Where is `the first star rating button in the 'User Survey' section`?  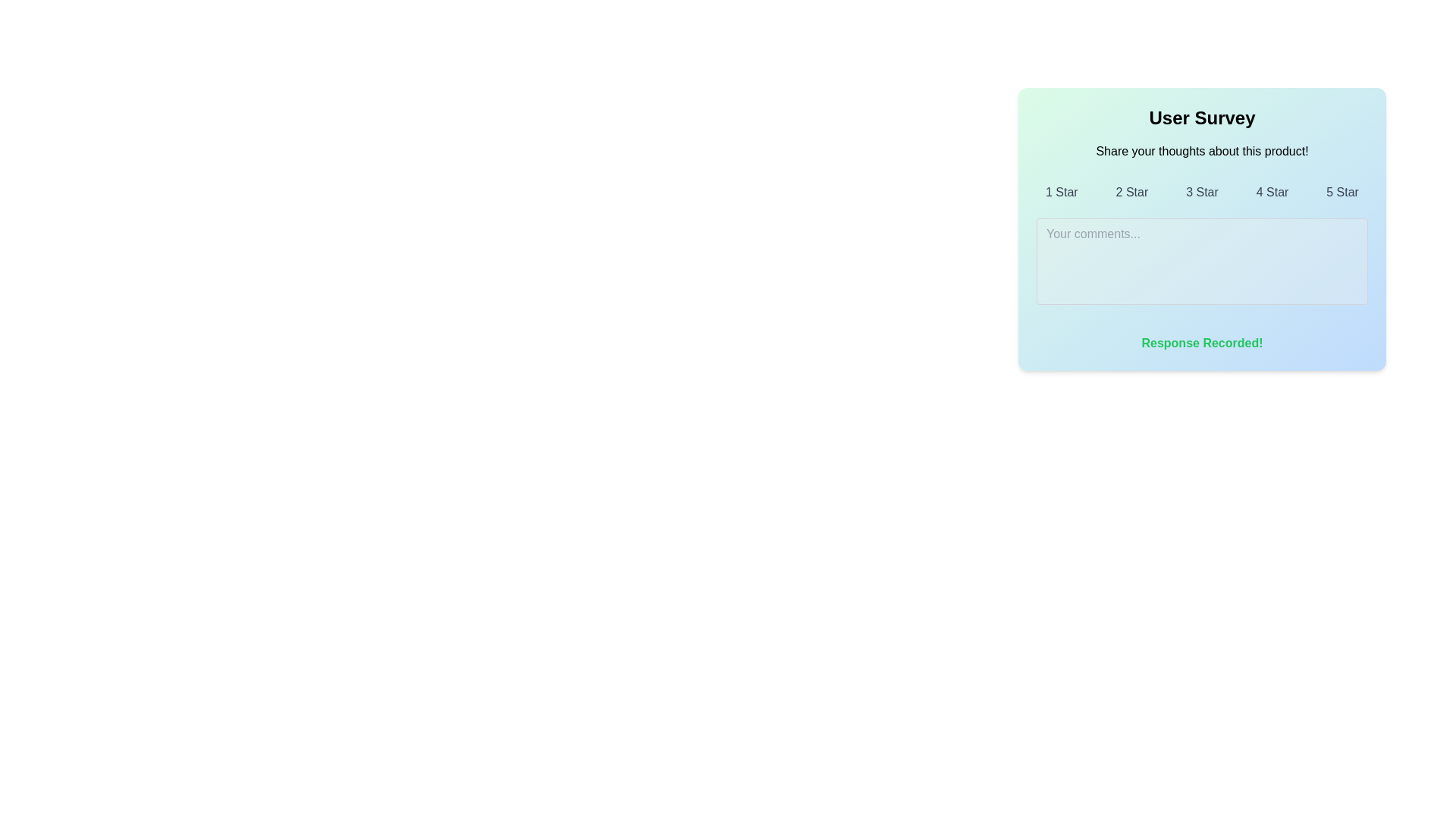 the first star rating button in the 'User Survey' section is located at coordinates (1061, 192).